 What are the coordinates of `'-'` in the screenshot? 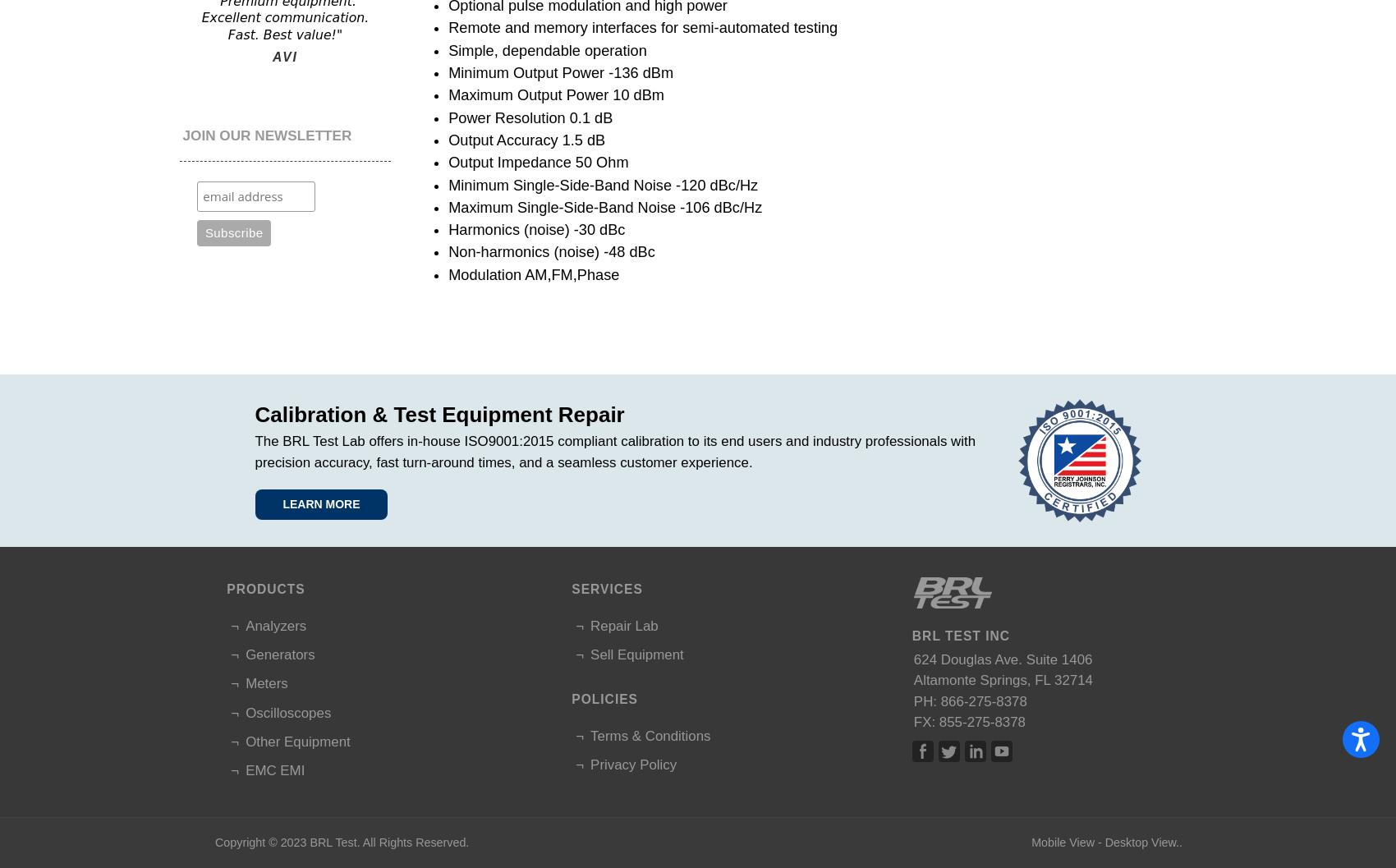 It's located at (1093, 840).